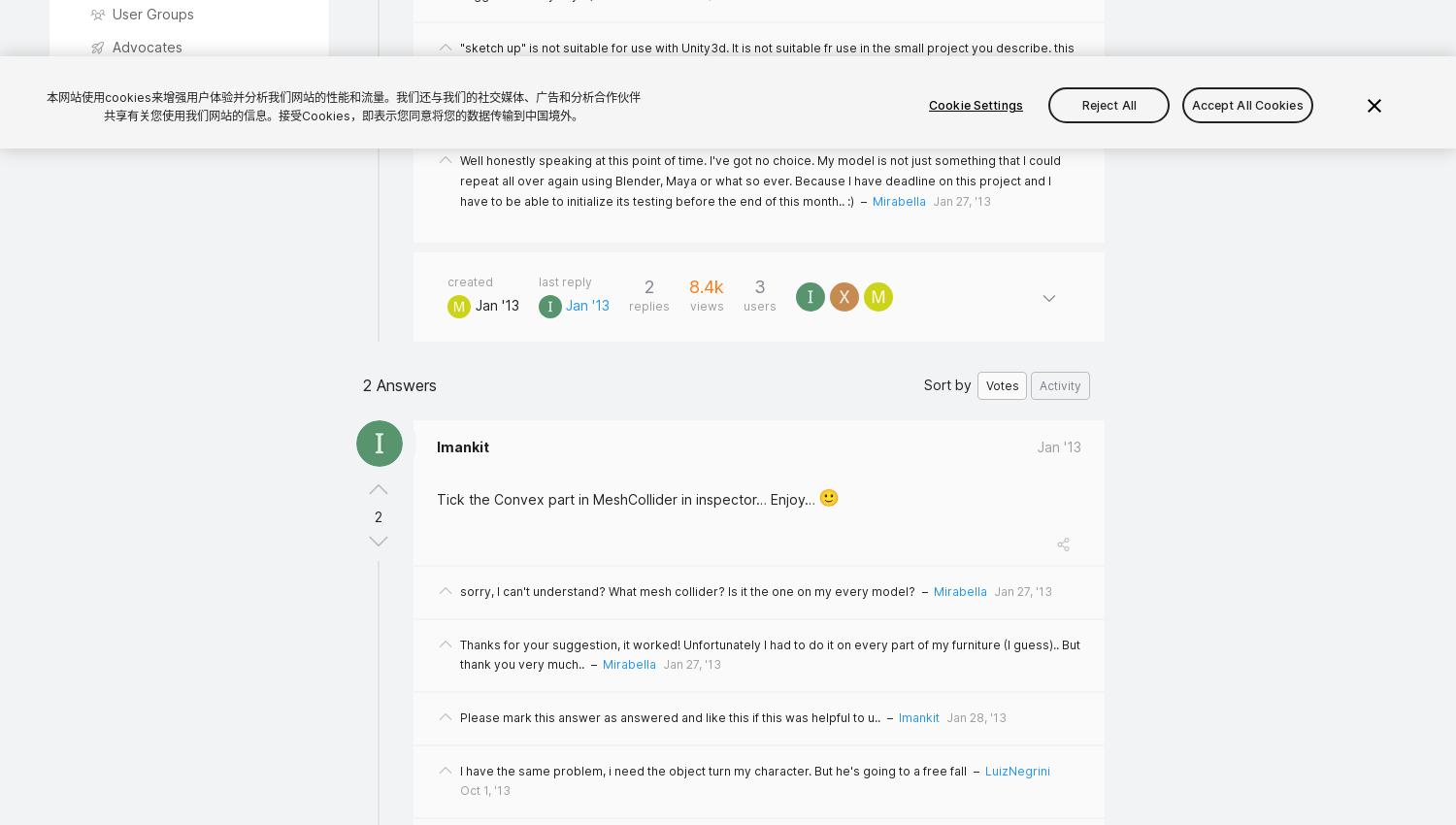 The height and width of the screenshot is (825, 1456). Describe the element at coordinates (705, 285) in the screenshot. I see `'8.4k'` at that location.